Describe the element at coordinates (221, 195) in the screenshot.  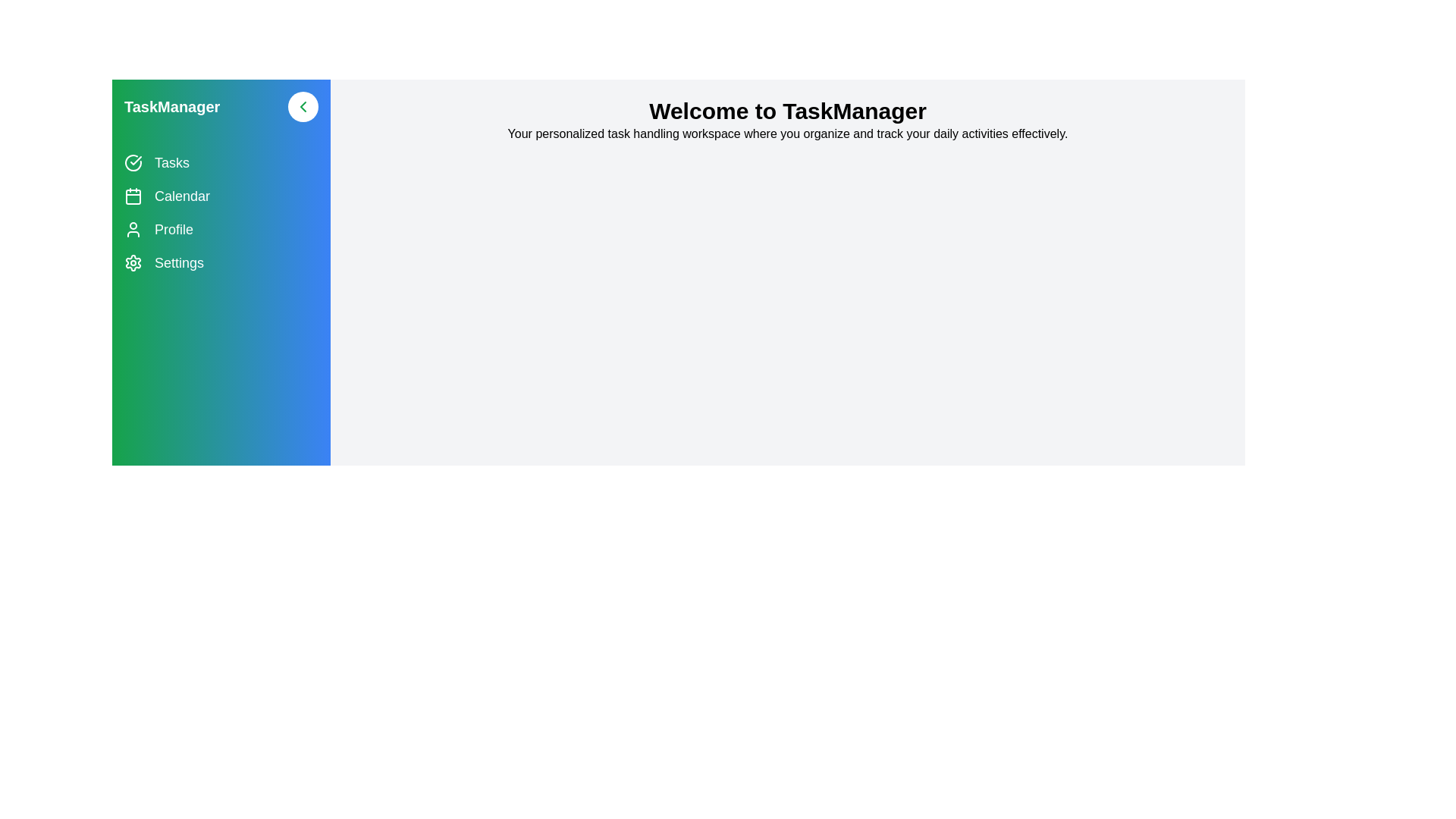
I see `the navigation item Calendar to observe its hover effect` at that location.